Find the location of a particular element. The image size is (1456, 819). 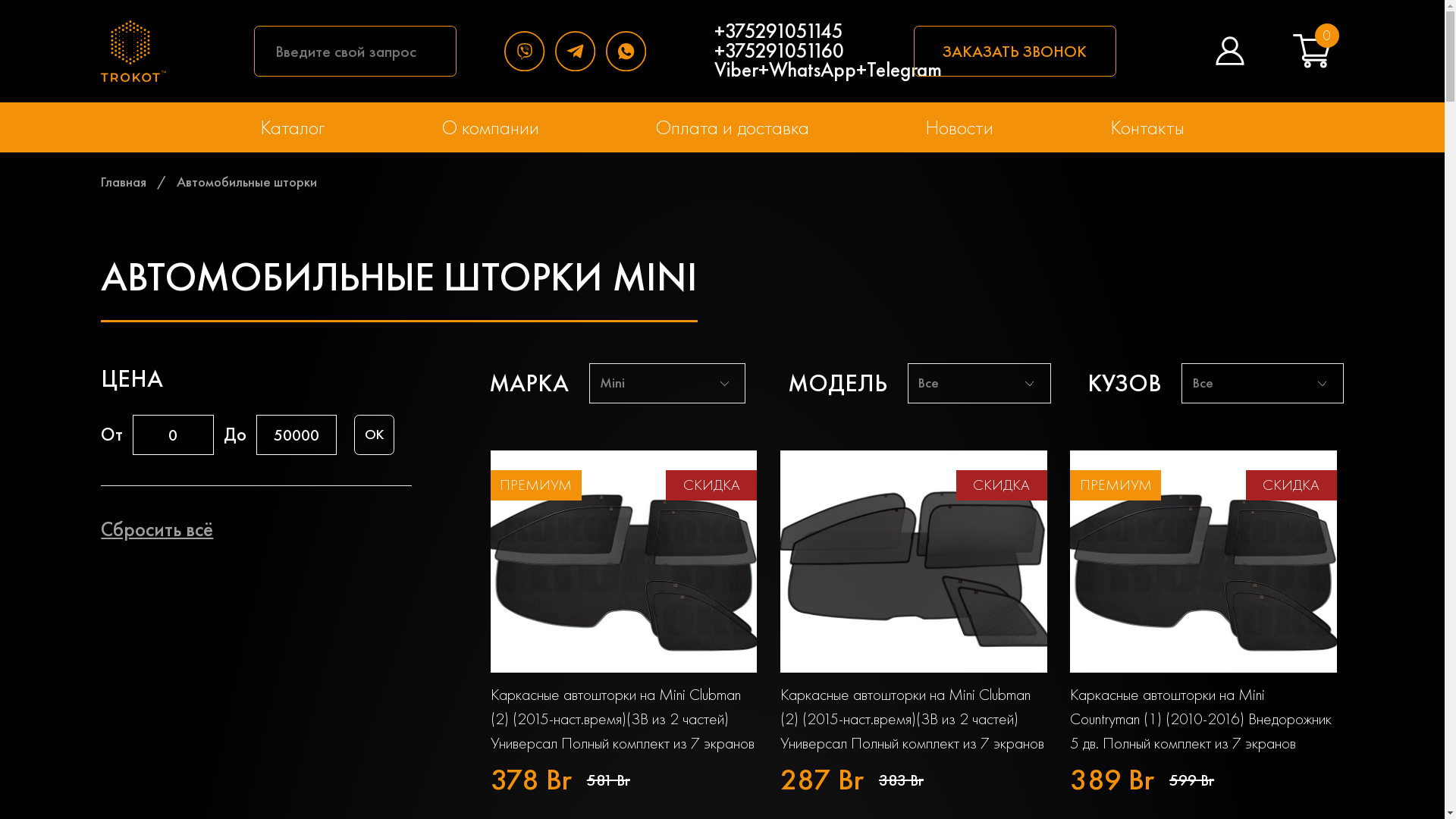

'Telegram' is located at coordinates (579, 50).